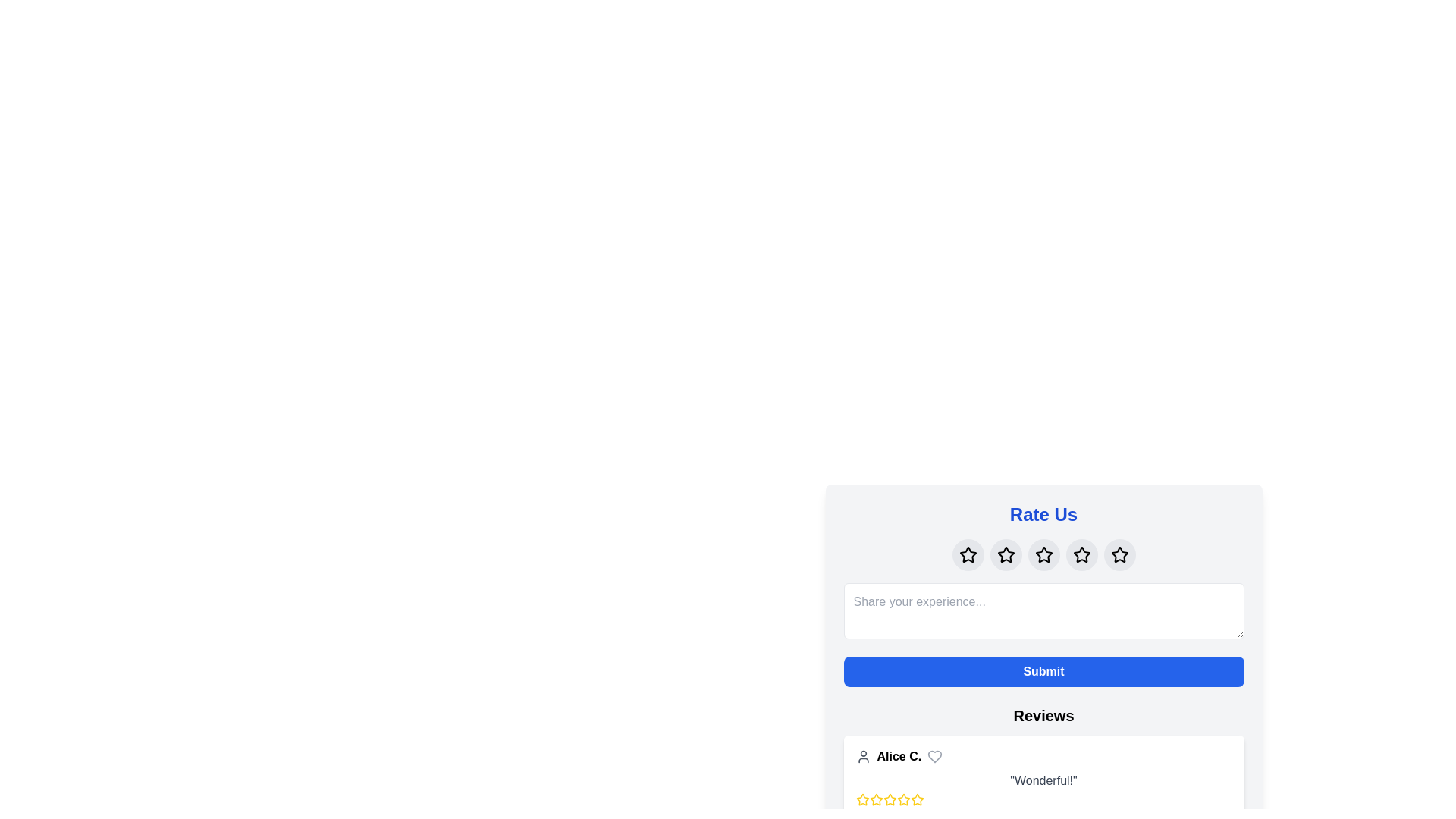  What do you see at coordinates (1119, 554) in the screenshot?
I see `the fifth star-shaped button in the rating system` at bounding box center [1119, 554].